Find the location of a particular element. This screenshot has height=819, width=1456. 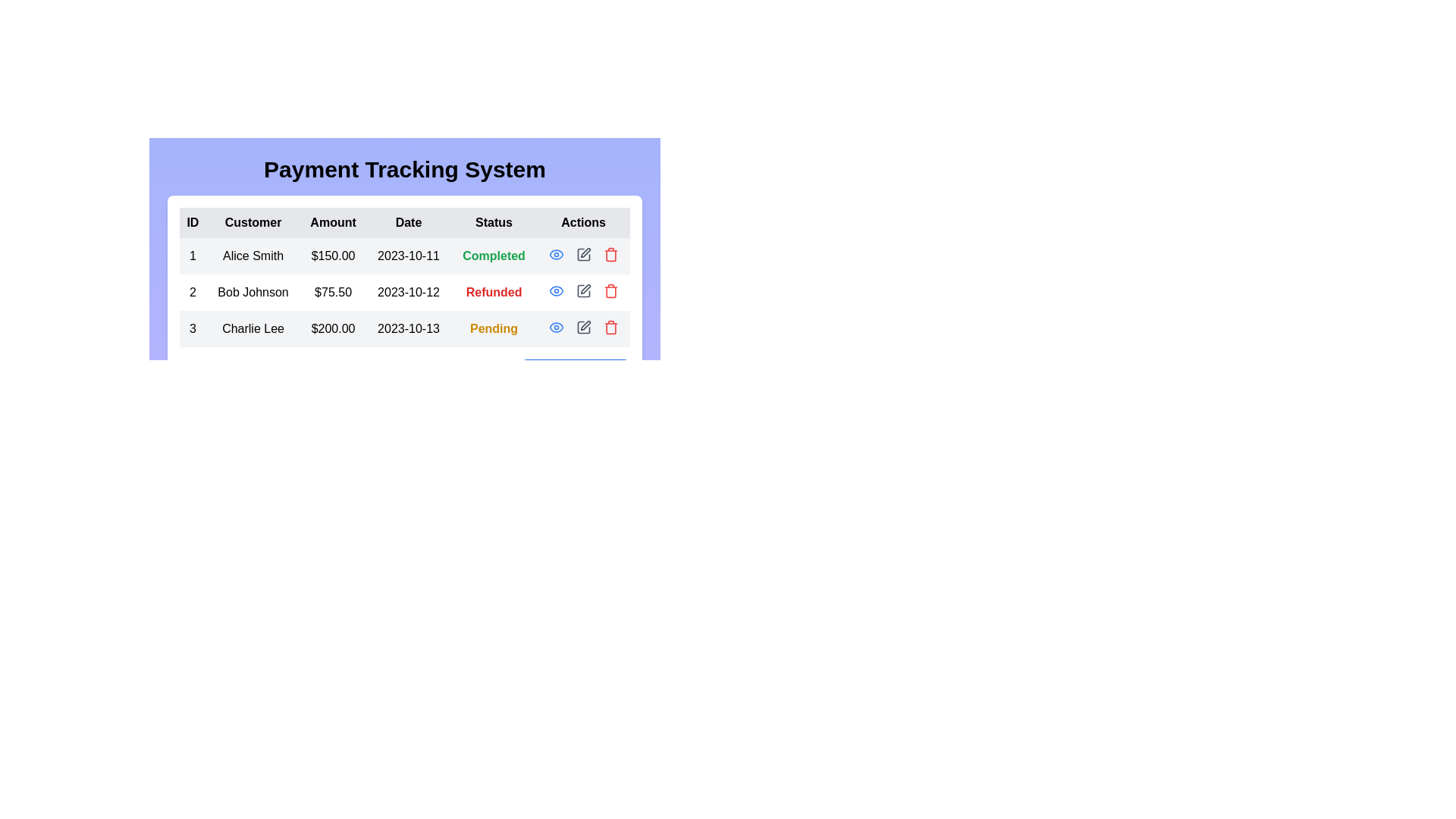

the red trash bin icon in the 'Actions' column corresponding to 'Charlie Lee' is located at coordinates (610, 253).